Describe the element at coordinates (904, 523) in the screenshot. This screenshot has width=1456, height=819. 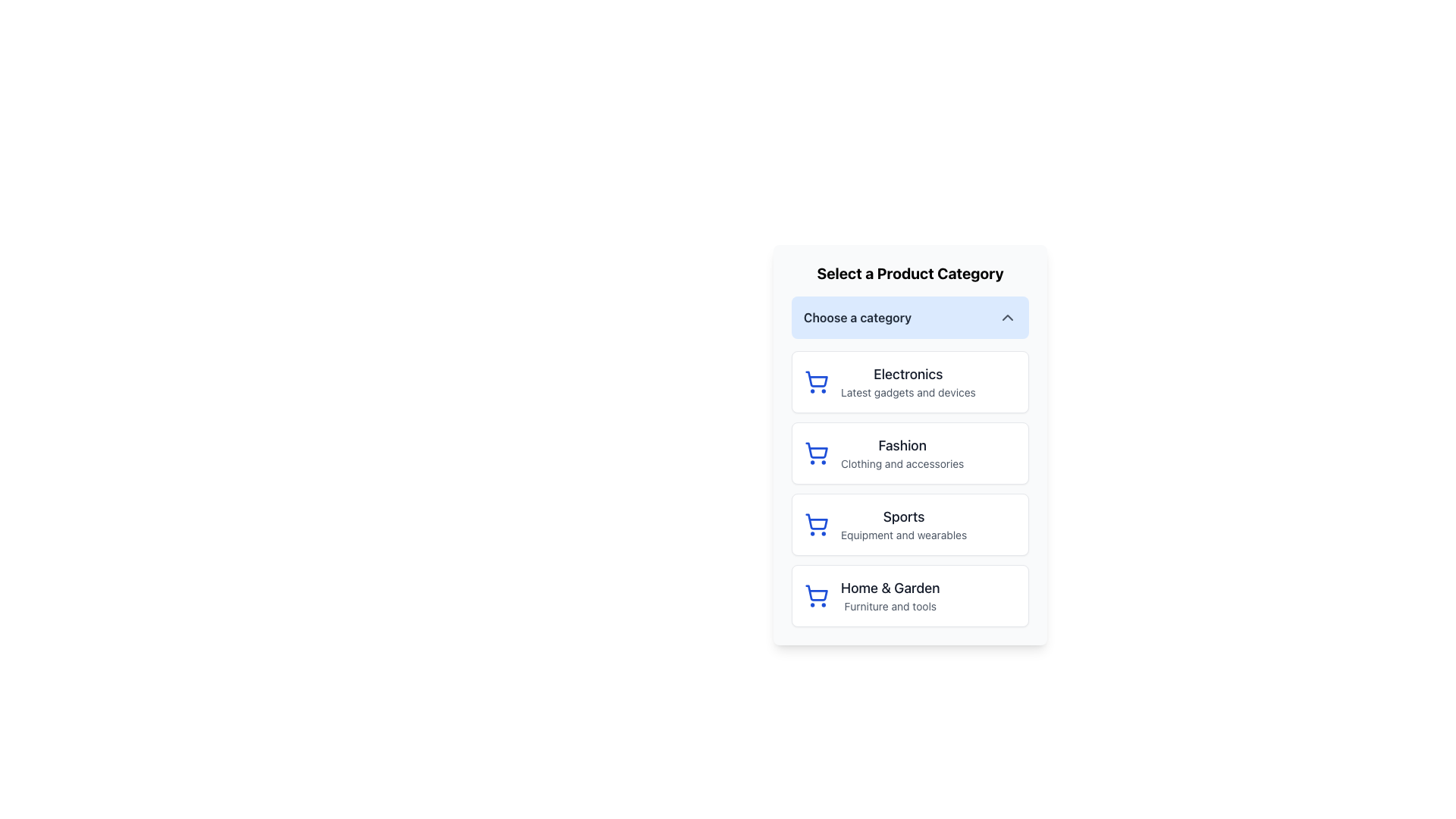
I see `the text display element for sports equipment and wearable items, which is the third item in the list, indicating it is part of a draggable list` at that location.